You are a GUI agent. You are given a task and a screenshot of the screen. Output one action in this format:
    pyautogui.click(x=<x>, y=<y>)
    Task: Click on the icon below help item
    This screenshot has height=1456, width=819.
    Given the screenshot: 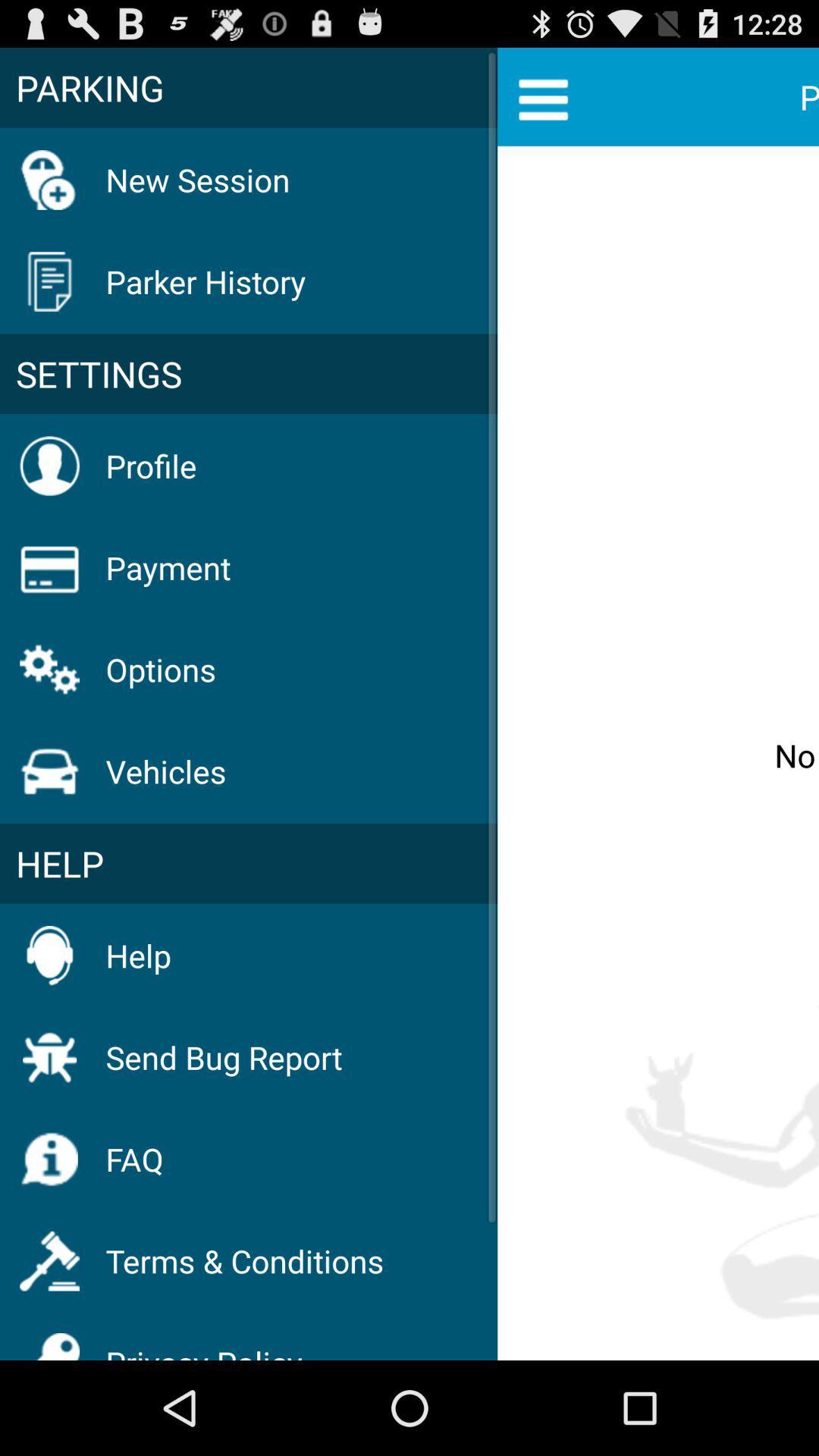 What is the action you would take?
    pyautogui.click(x=224, y=1056)
    